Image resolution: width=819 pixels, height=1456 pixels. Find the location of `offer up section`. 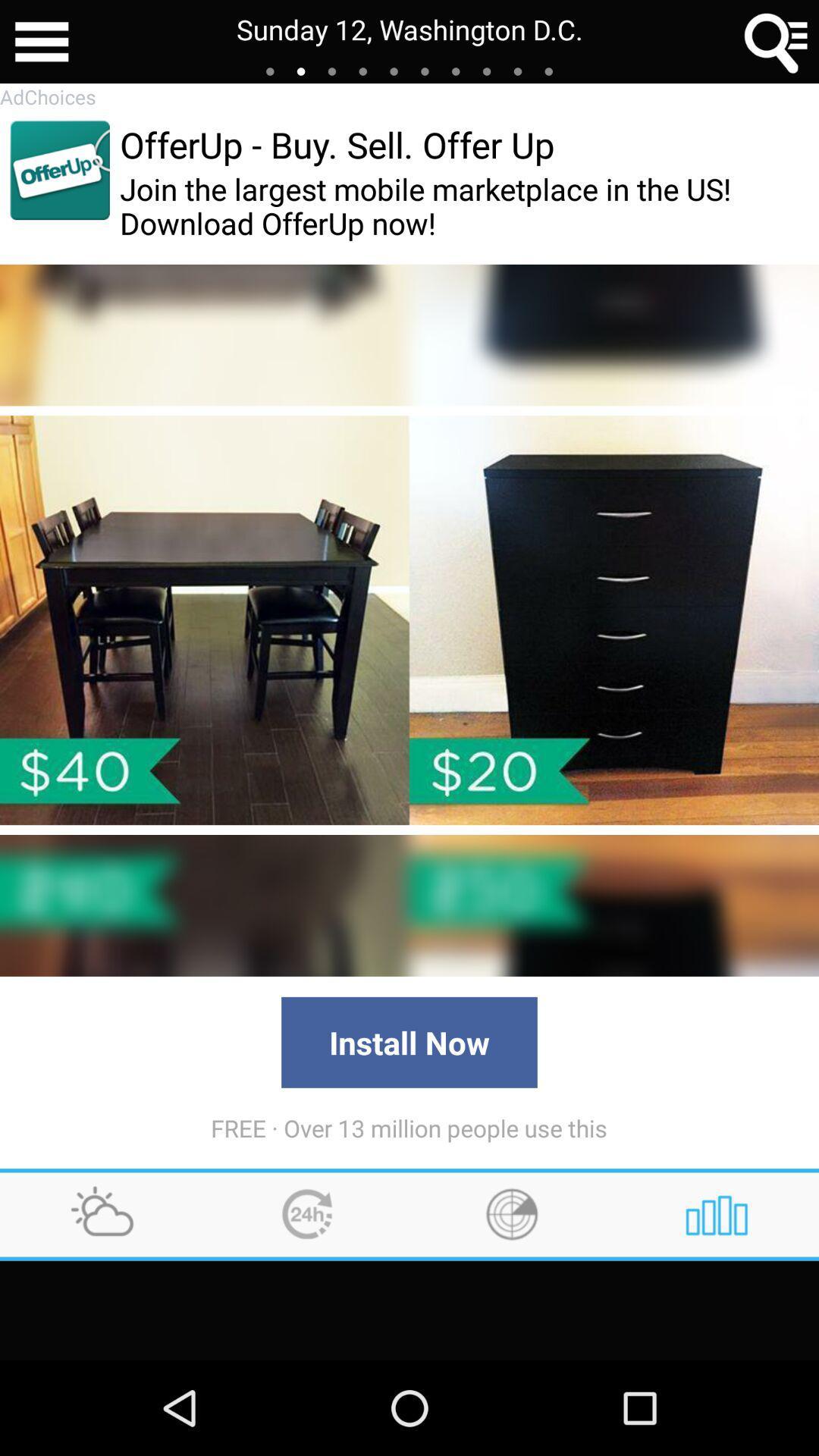

offer up section is located at coordinates (59, 170).